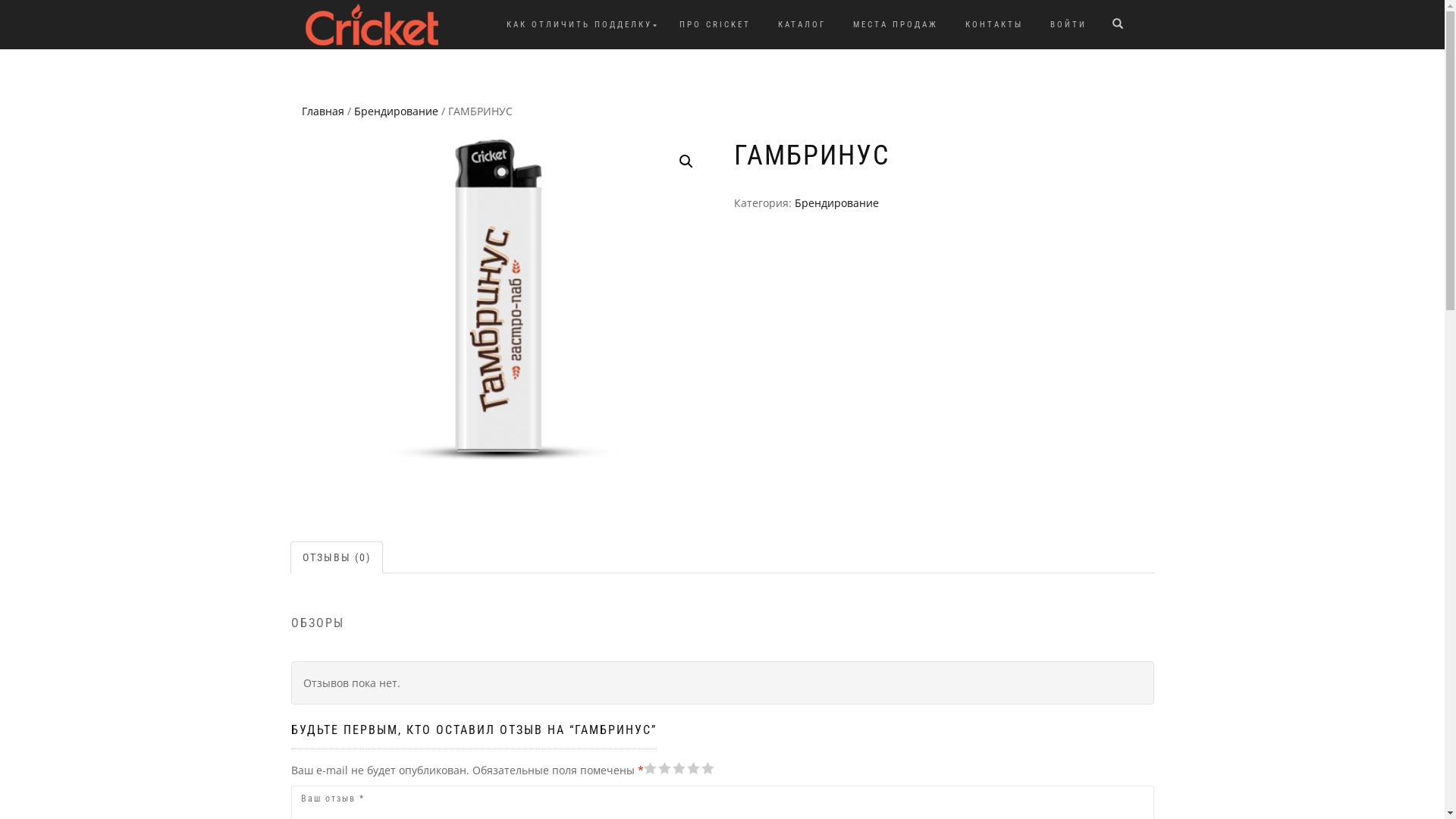  I want to click on '2', so click(643, 768).